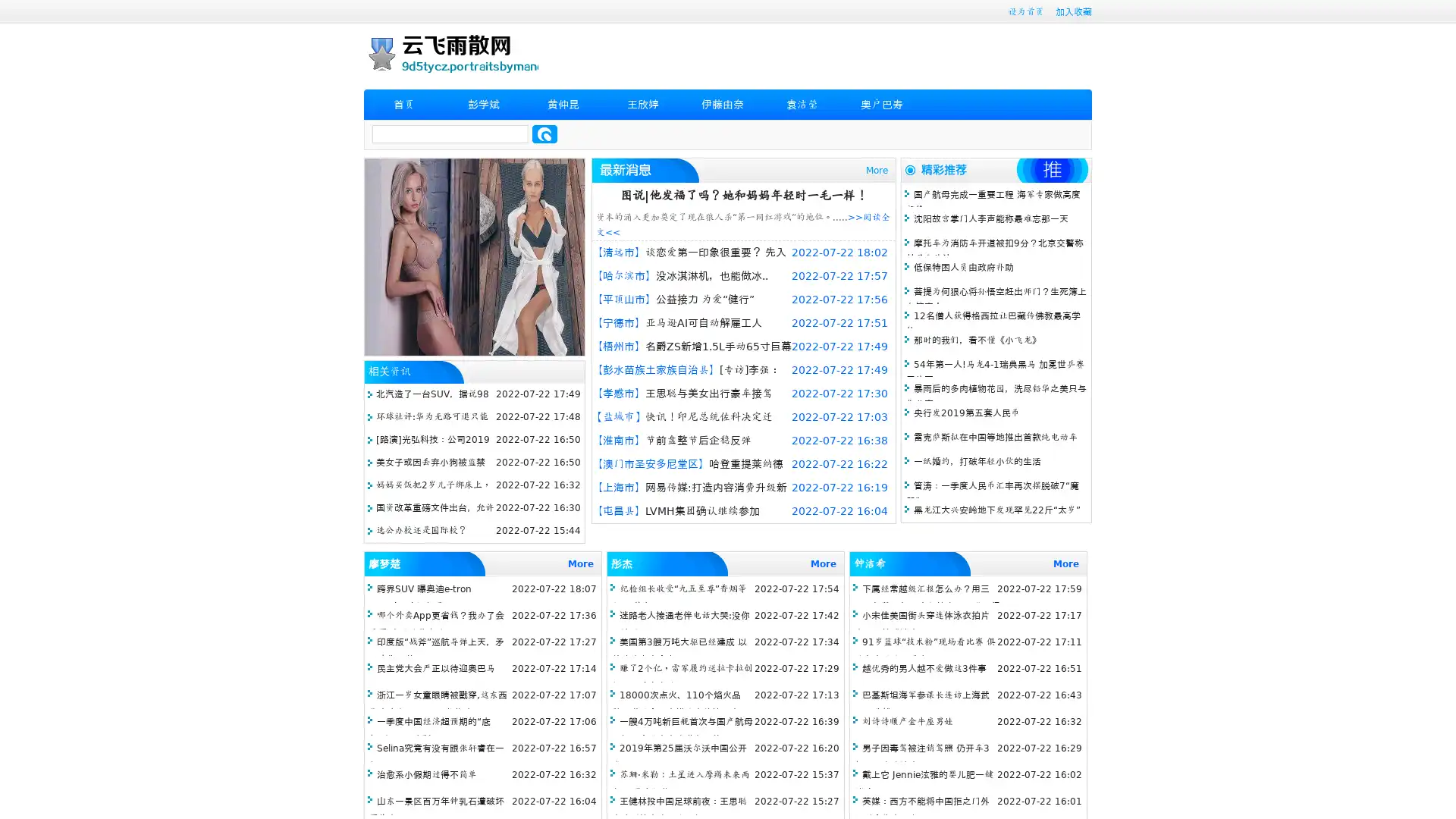  What do you see at coordinates (544, 133) in the screenshot?
I see `Search` at bounding box center [544, 133].